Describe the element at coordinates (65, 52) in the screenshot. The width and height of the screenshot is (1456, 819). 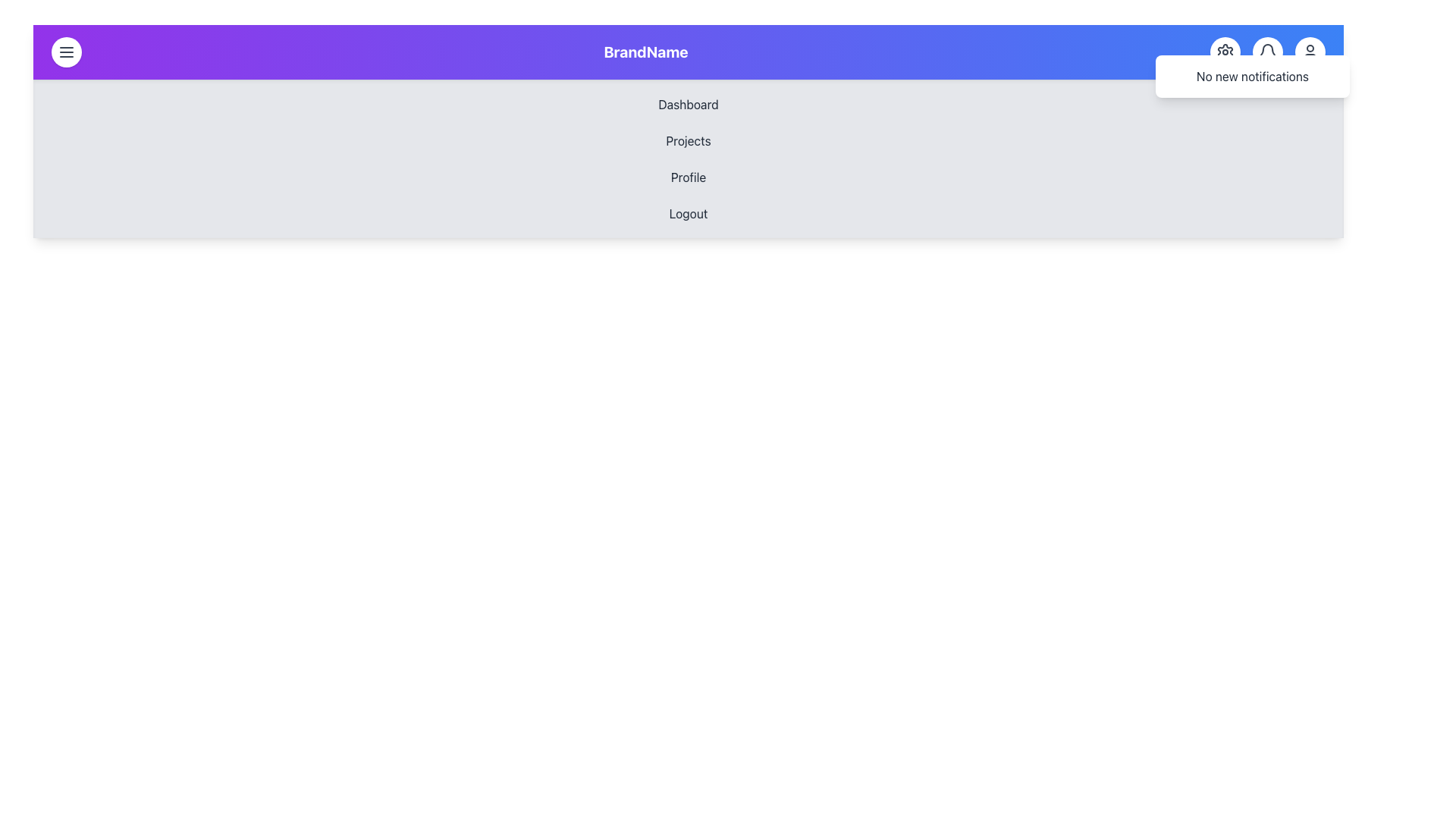
I see `the leftmost button in the header section` at that location.